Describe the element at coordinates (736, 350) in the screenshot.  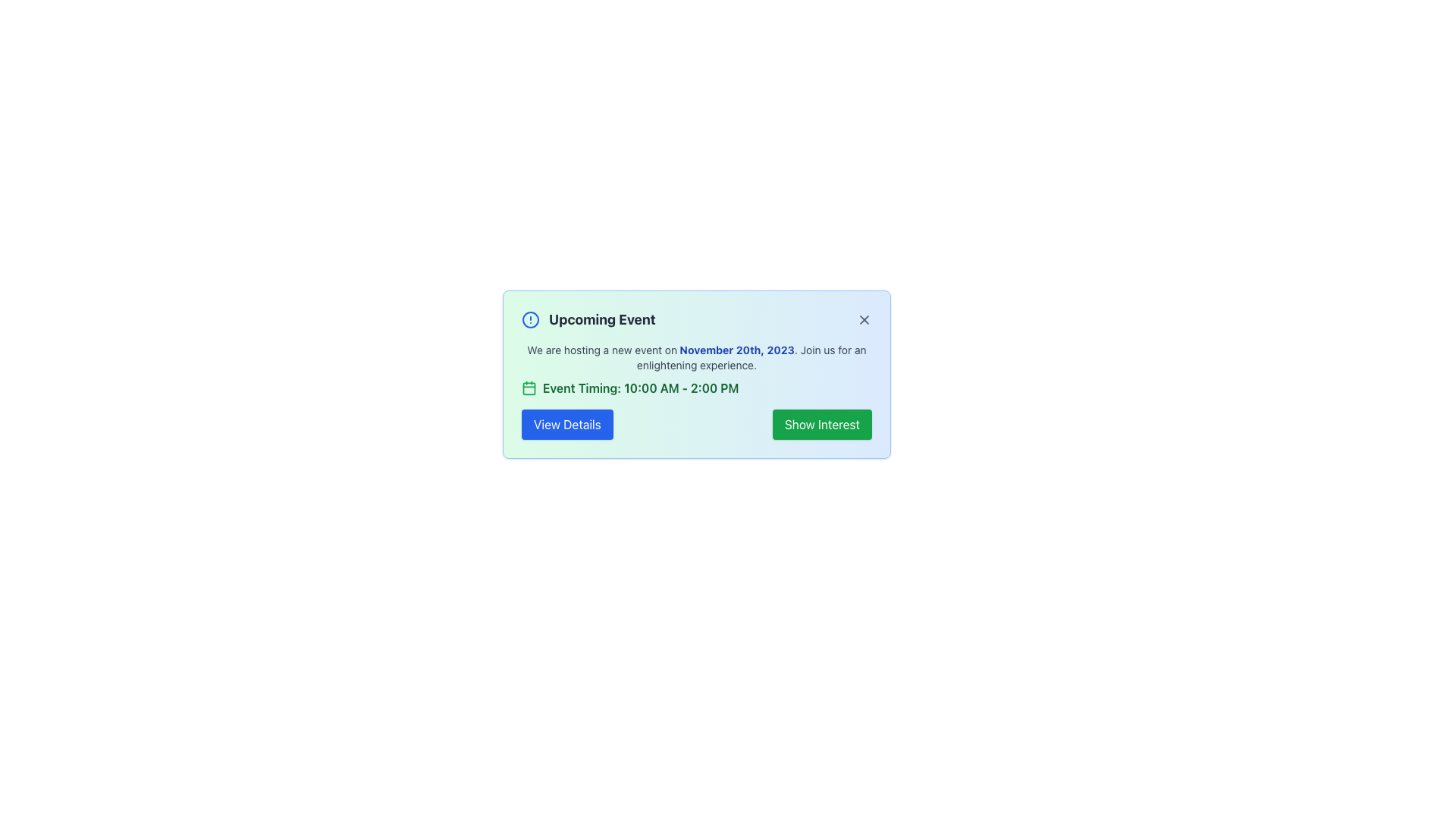
I see `the text element that emphasizes the event's date within the 'Upcoming Event' card layout` at that location.